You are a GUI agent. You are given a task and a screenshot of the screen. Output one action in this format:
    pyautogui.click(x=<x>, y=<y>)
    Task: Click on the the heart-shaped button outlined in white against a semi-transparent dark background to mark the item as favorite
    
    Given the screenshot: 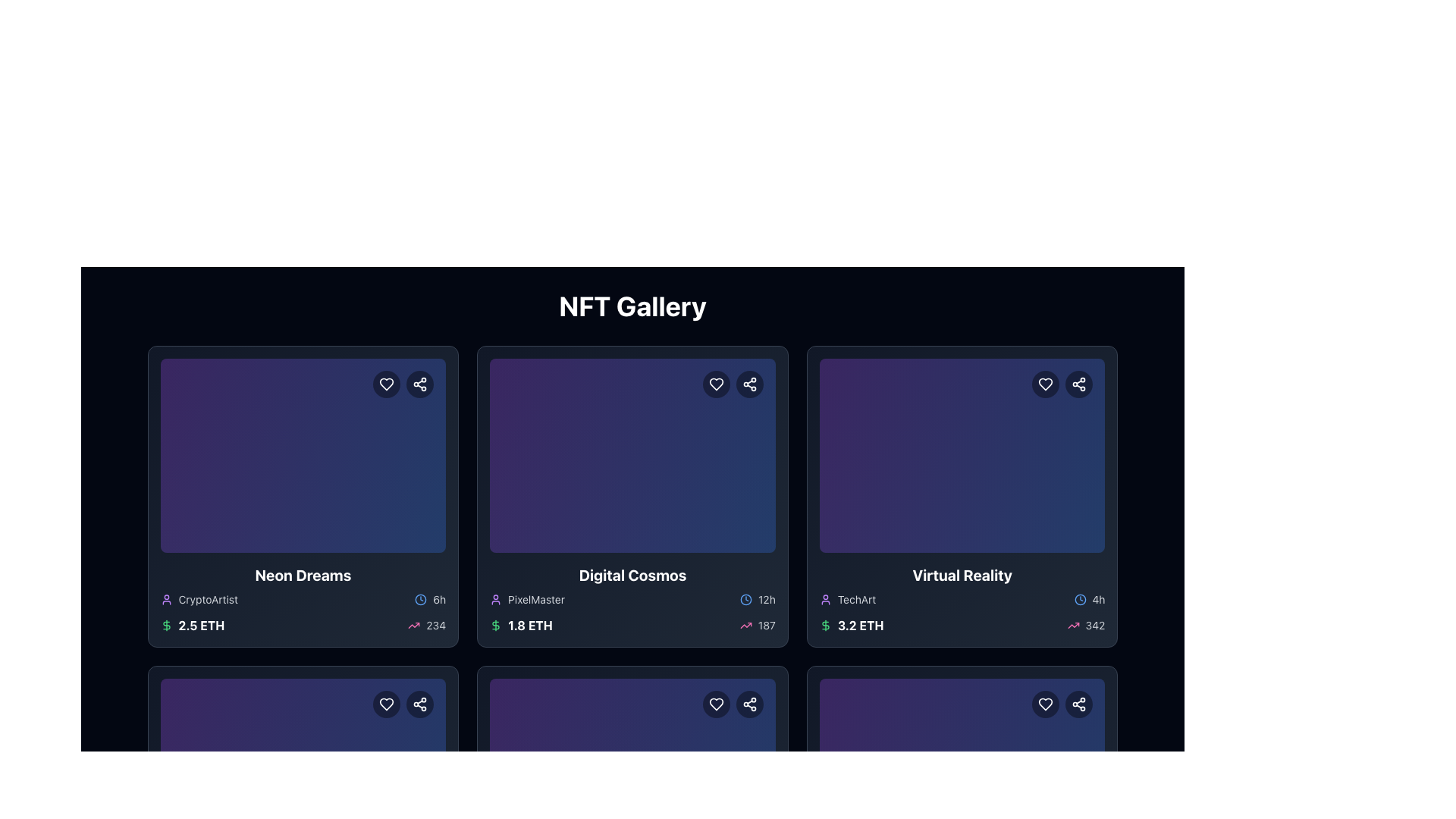 What is the action you would take?
    pyautogui.click(x=715, y=383)
    